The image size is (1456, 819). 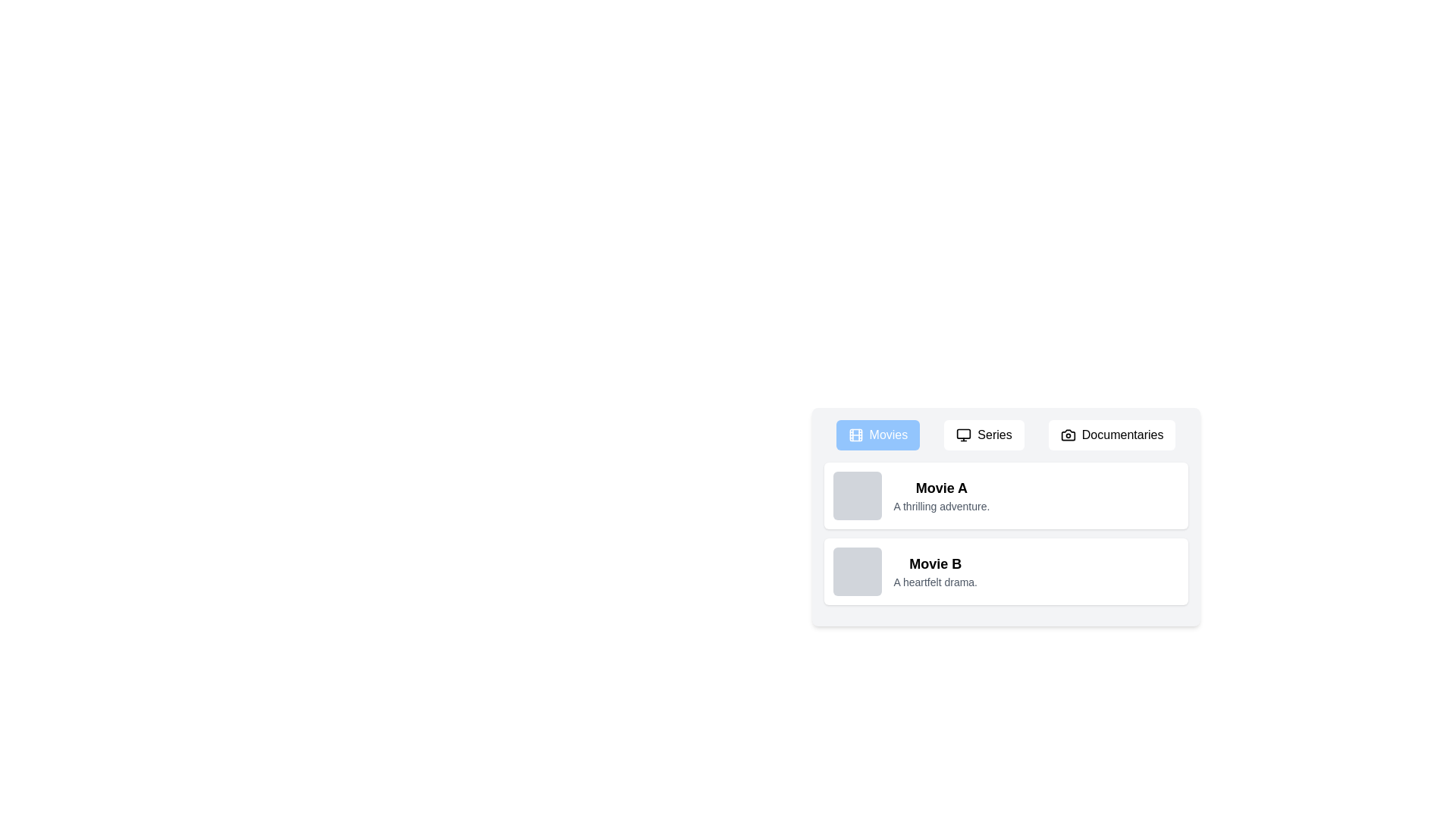 What do you see at coordinates (1006, 496) in the screenshot?
I see `the content item Movie A under the active tab` at bounding box center [1006, 496].